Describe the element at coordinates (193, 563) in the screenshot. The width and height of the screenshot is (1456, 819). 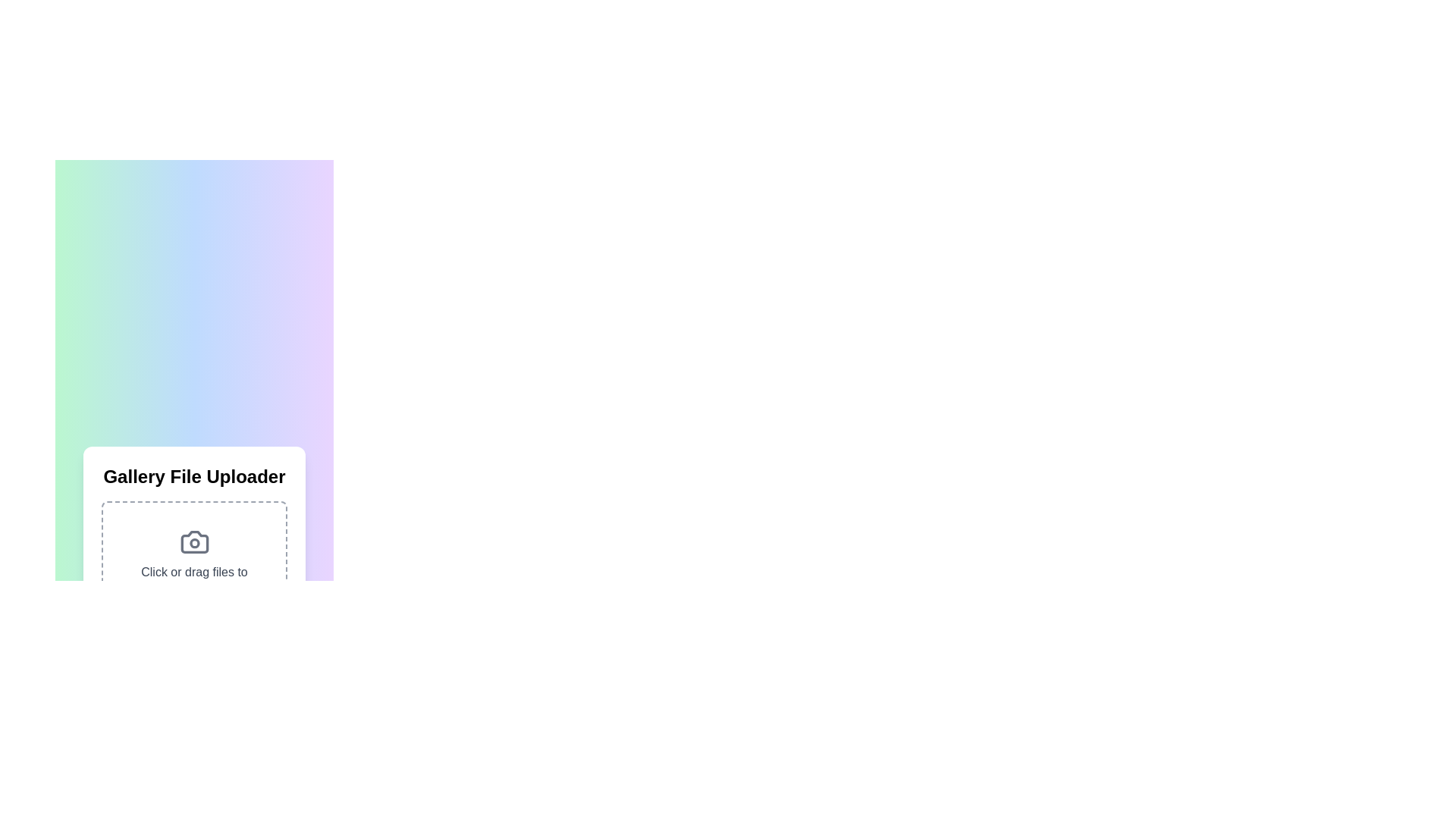
I see `the Interactive file upload dropzone, which is a rectangular area with a dashed border and light gray background, containing a camera icon and the text 'Click or drag files to upload'` at that location.